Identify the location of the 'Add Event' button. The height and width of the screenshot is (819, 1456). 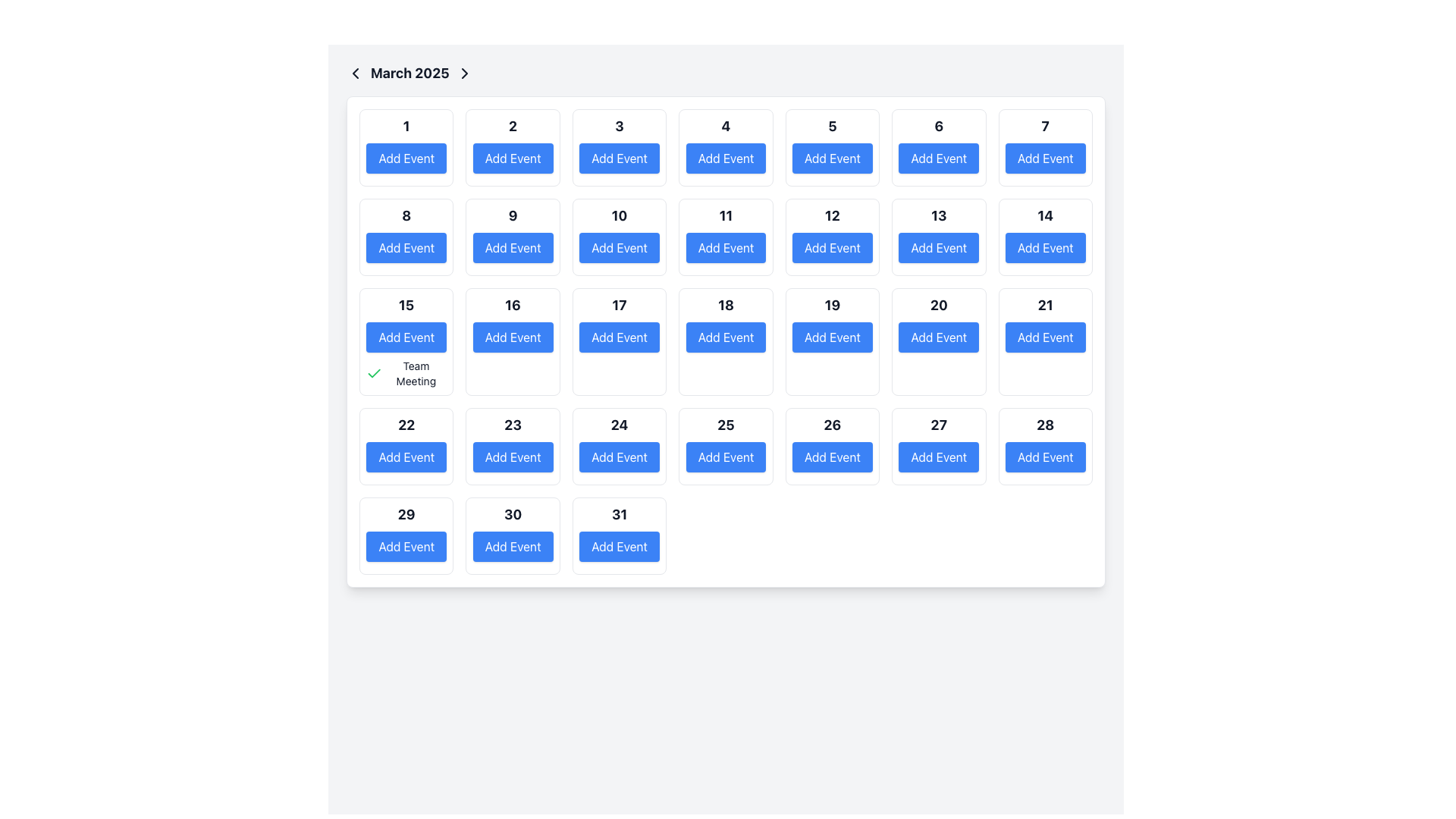
(831, 148).